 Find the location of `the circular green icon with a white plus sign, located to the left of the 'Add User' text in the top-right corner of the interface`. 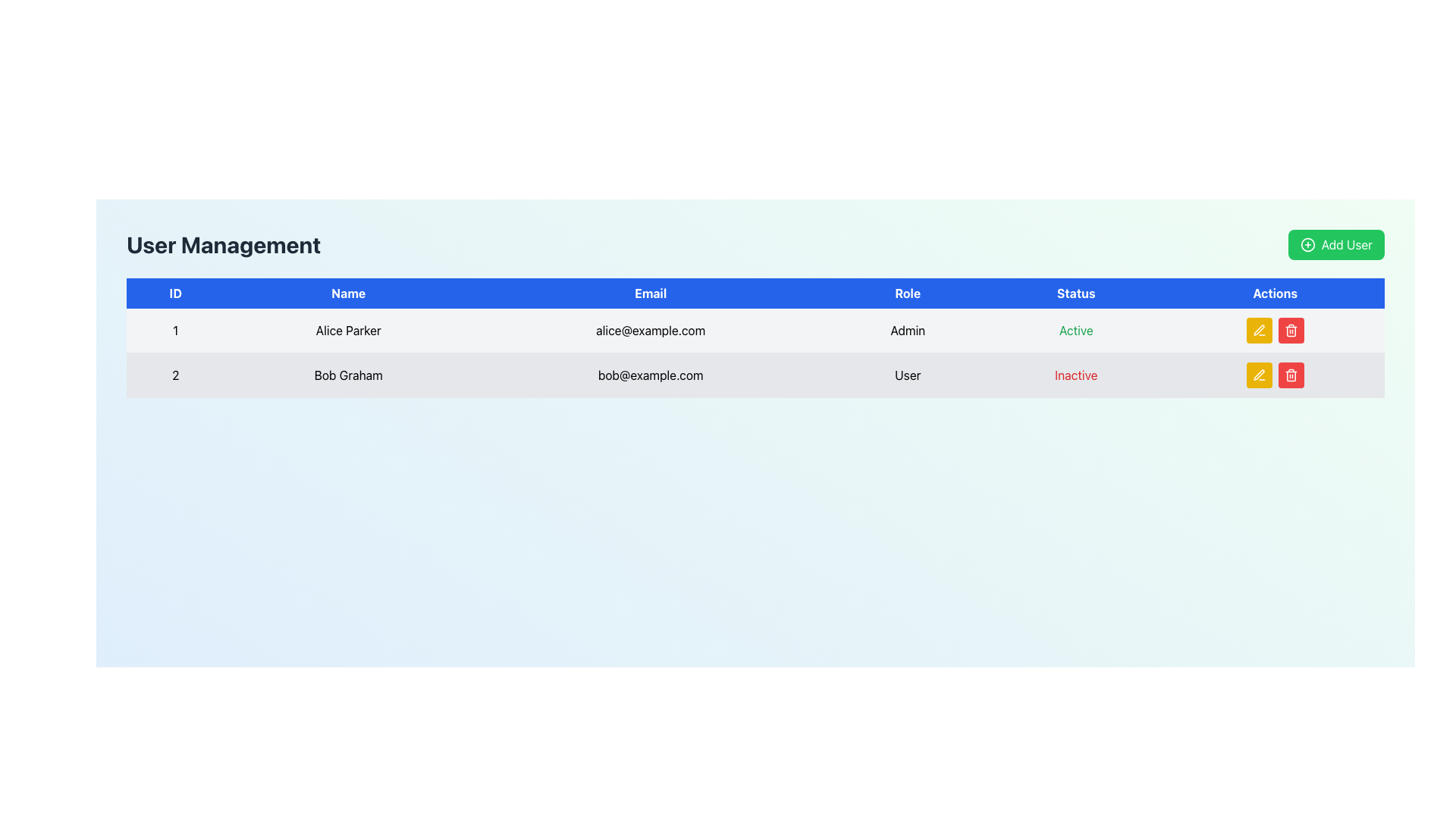

the circular green icon with a white plus sign, located to the left of the 'Add User' text in the top-right corner of the interface is located at coordinates (1307, 244).